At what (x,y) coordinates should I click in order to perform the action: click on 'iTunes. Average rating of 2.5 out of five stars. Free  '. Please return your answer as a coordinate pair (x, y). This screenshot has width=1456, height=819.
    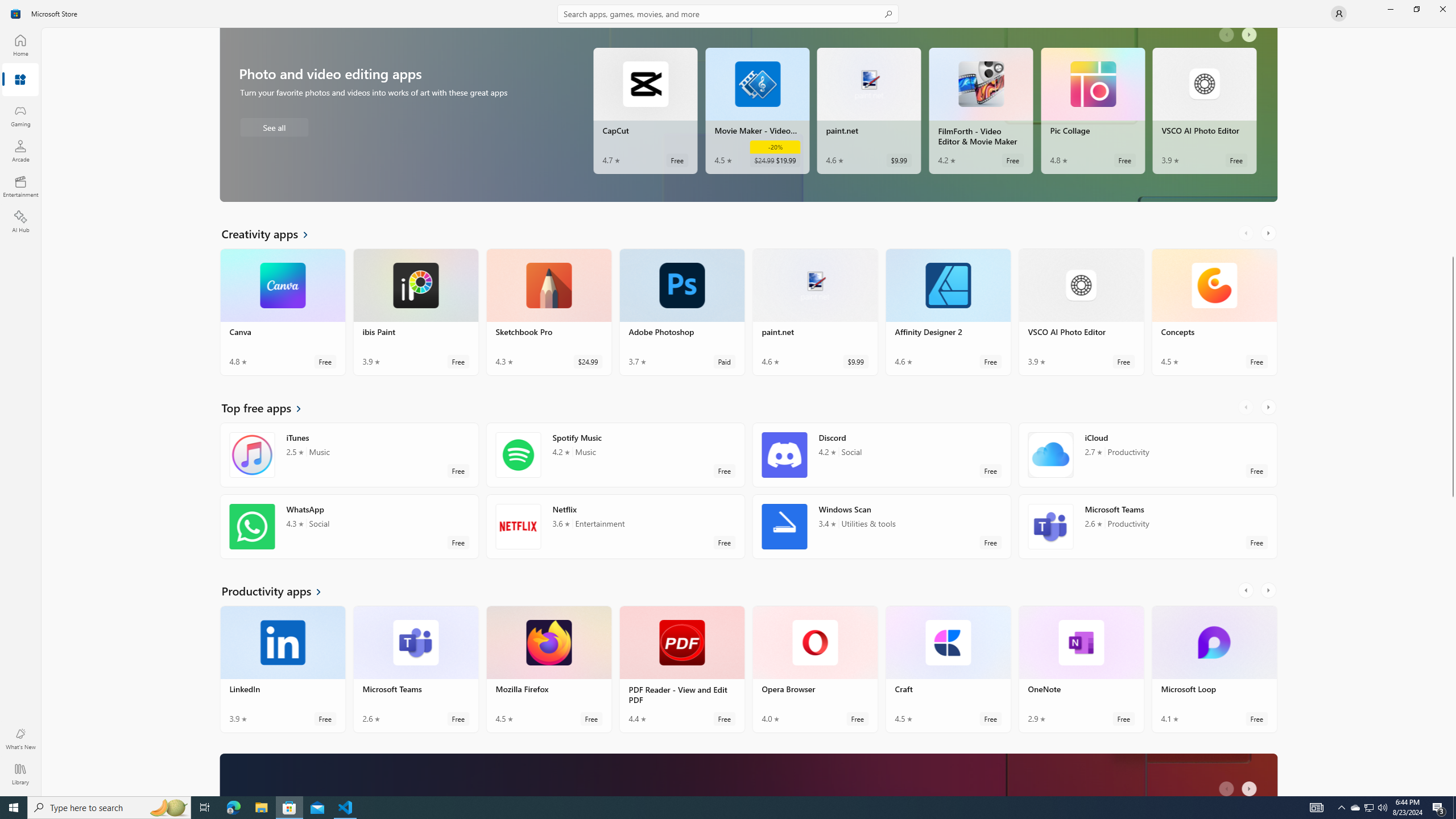
    Looking at the image, I should click on (349, 454).